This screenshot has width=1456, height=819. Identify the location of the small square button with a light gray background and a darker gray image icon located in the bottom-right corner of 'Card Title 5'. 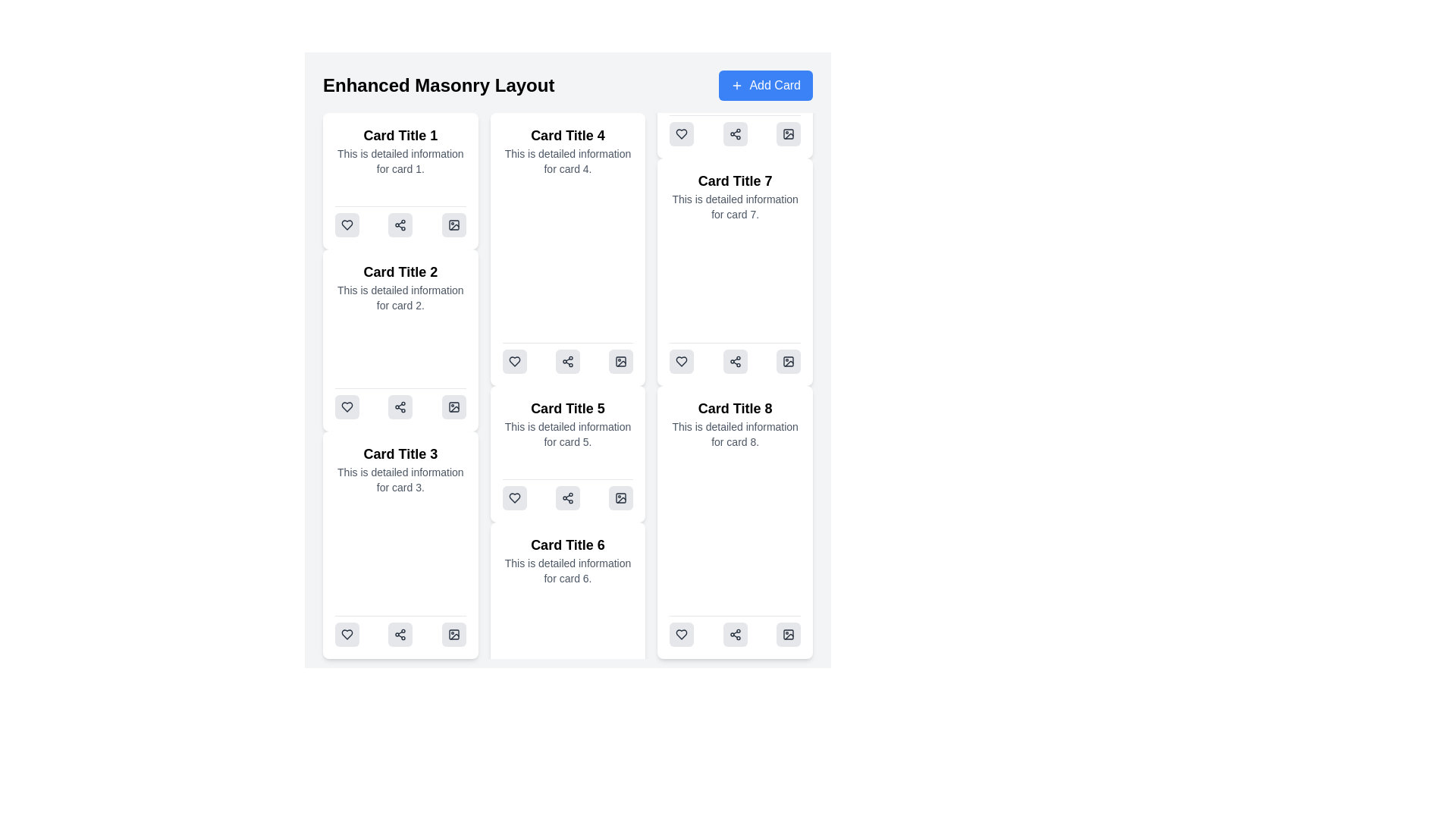
(621, 497).